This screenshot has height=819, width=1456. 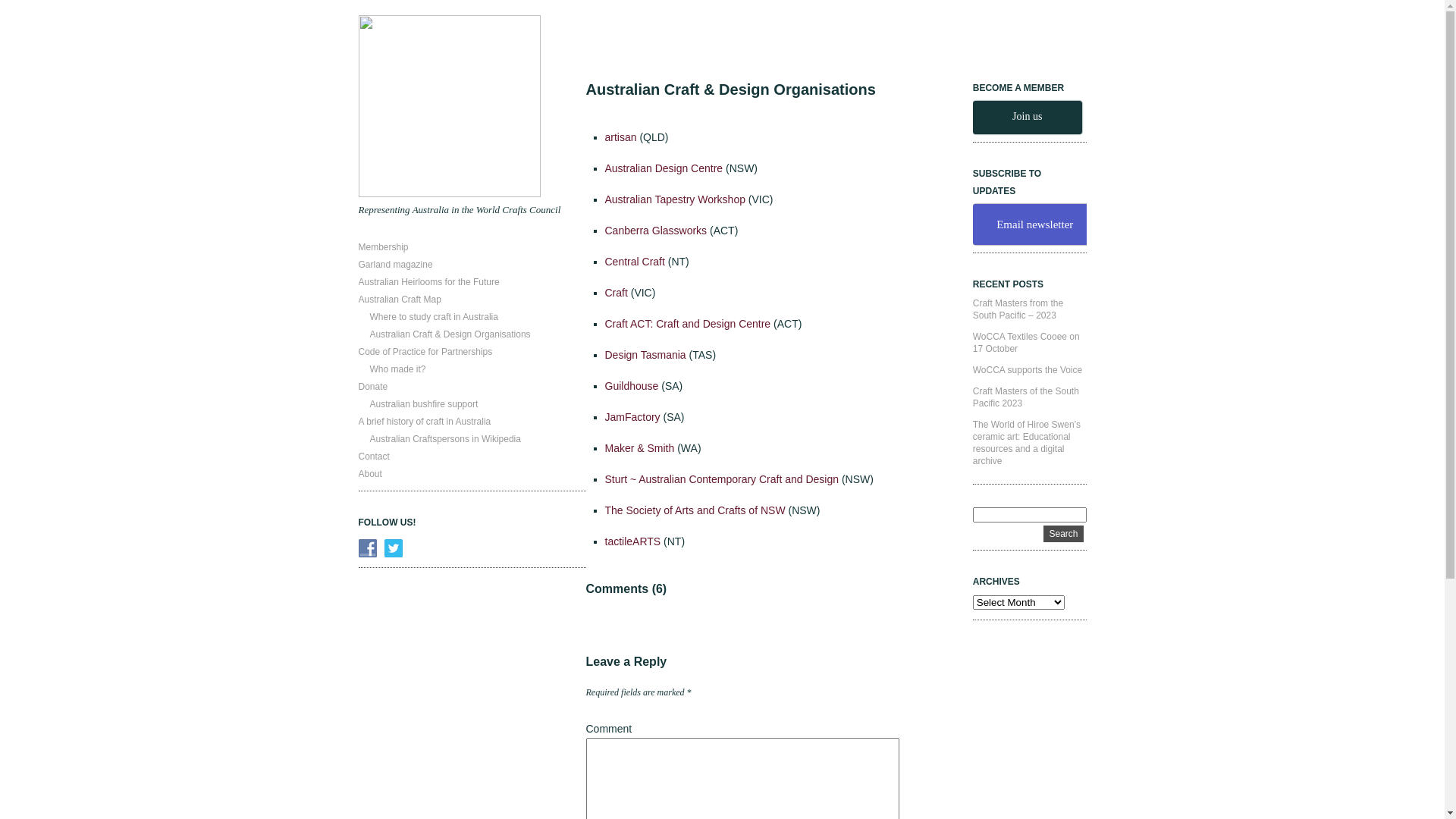 I want to click on 'Garland magazine', so click(x=395, y=263).